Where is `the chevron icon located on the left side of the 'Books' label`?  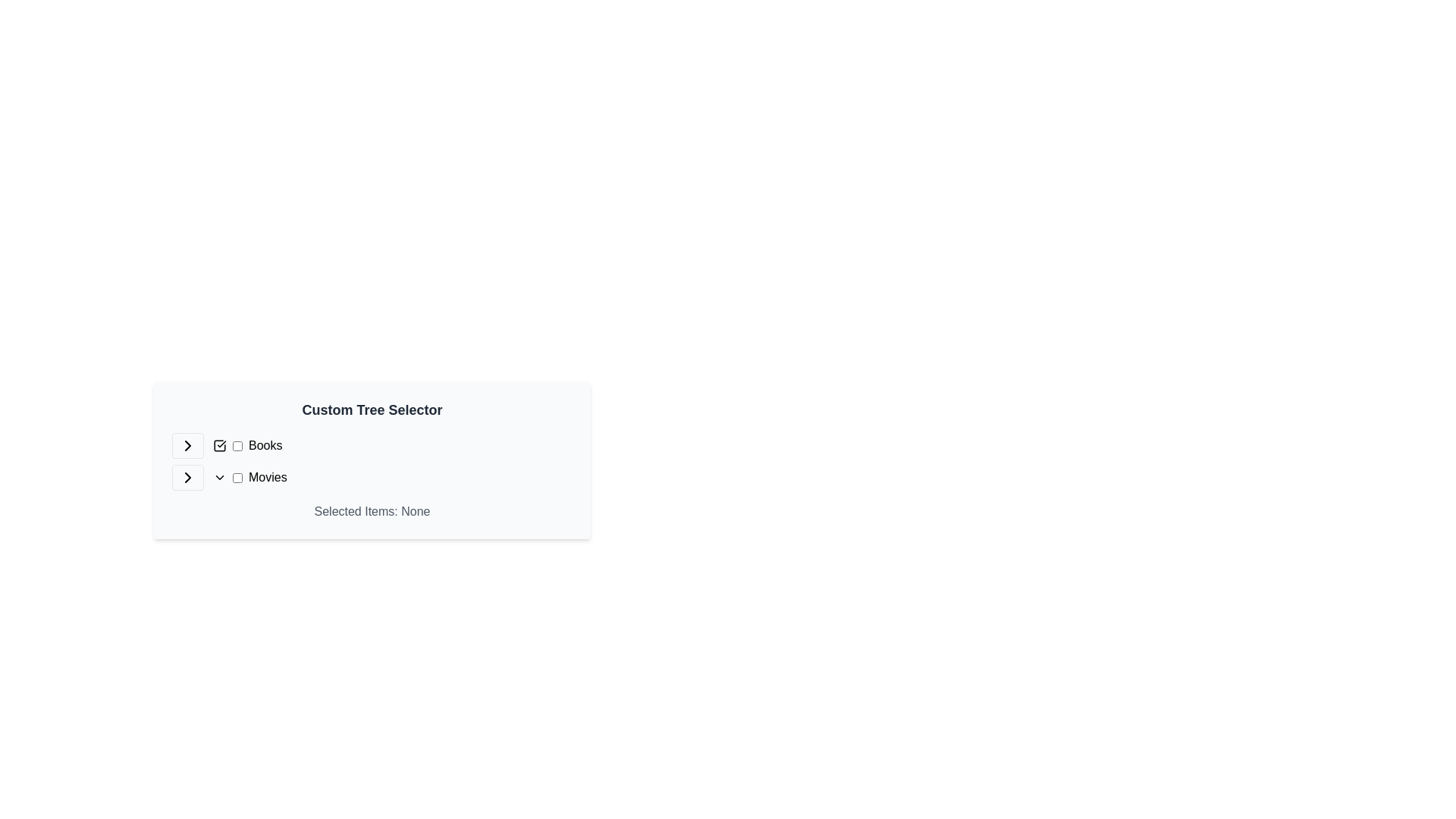
the chevron icon located on the left side of the 'Books' label is located at coordinates (187, 444).